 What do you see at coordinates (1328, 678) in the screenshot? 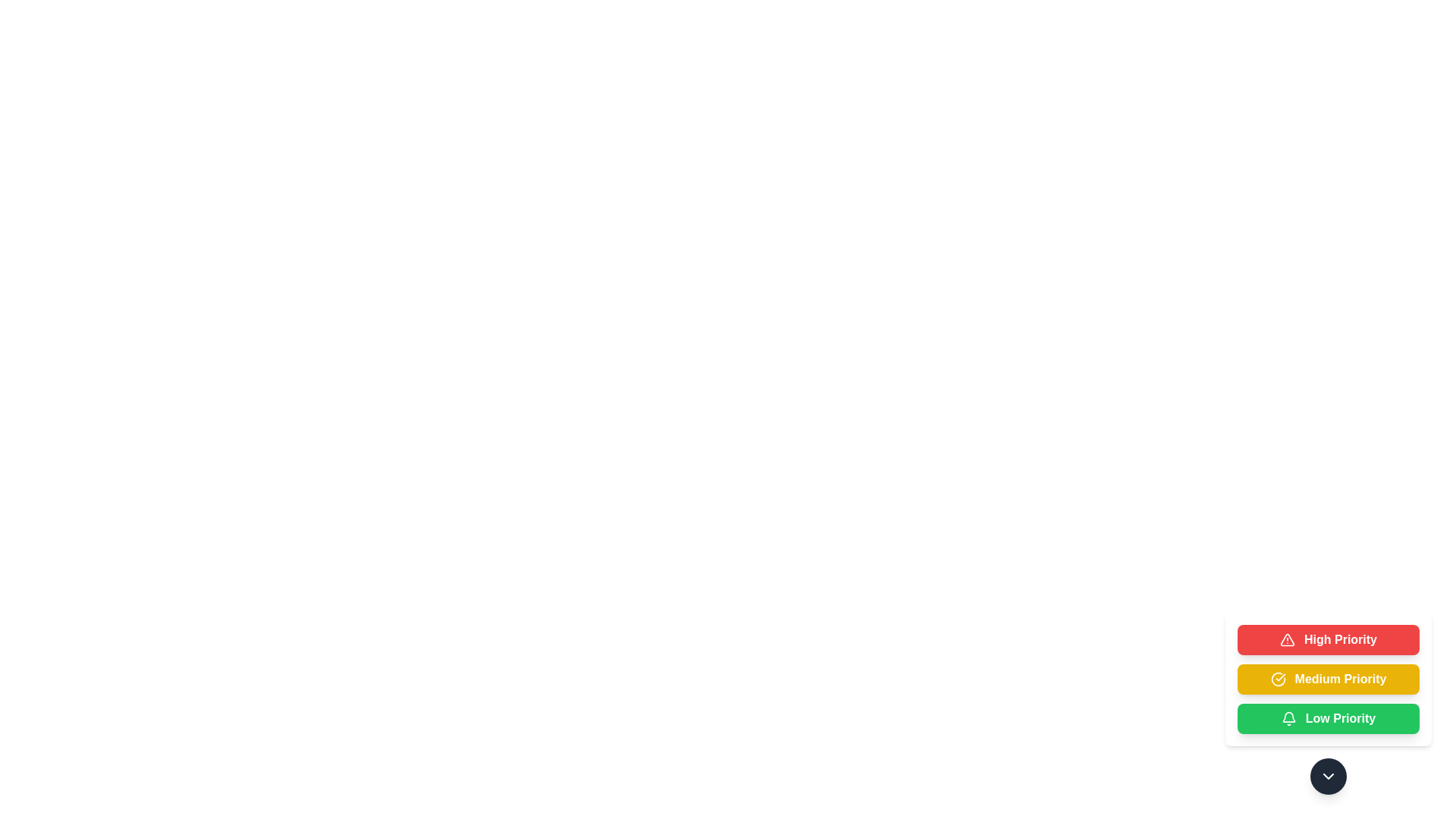
I see `the priority level Medium by clicking the corresponding button` at bounding box center [1328, 678].